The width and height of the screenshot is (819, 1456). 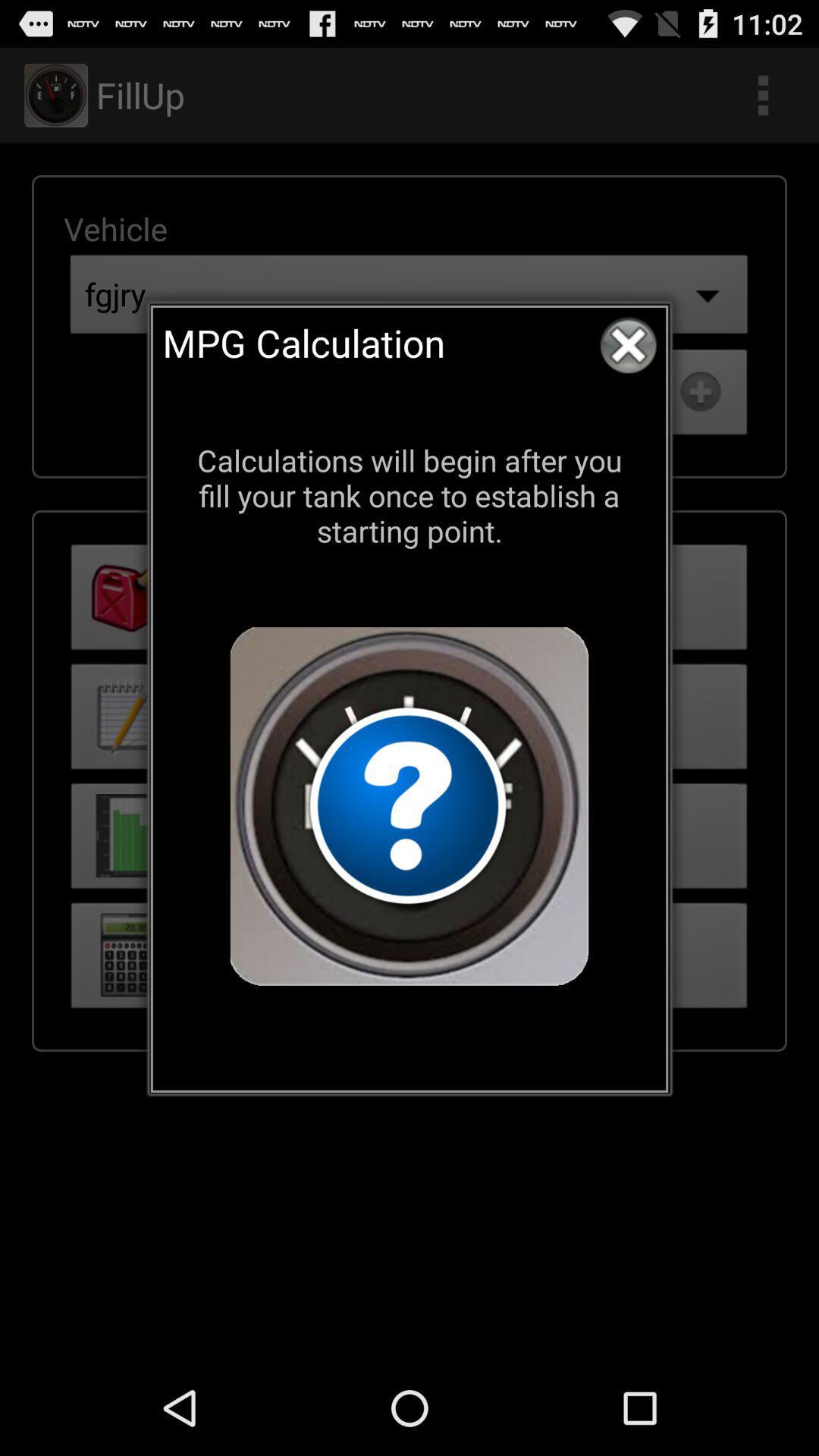 I want to click on the icon above the calculations will begin, so click(x=628, y=344).